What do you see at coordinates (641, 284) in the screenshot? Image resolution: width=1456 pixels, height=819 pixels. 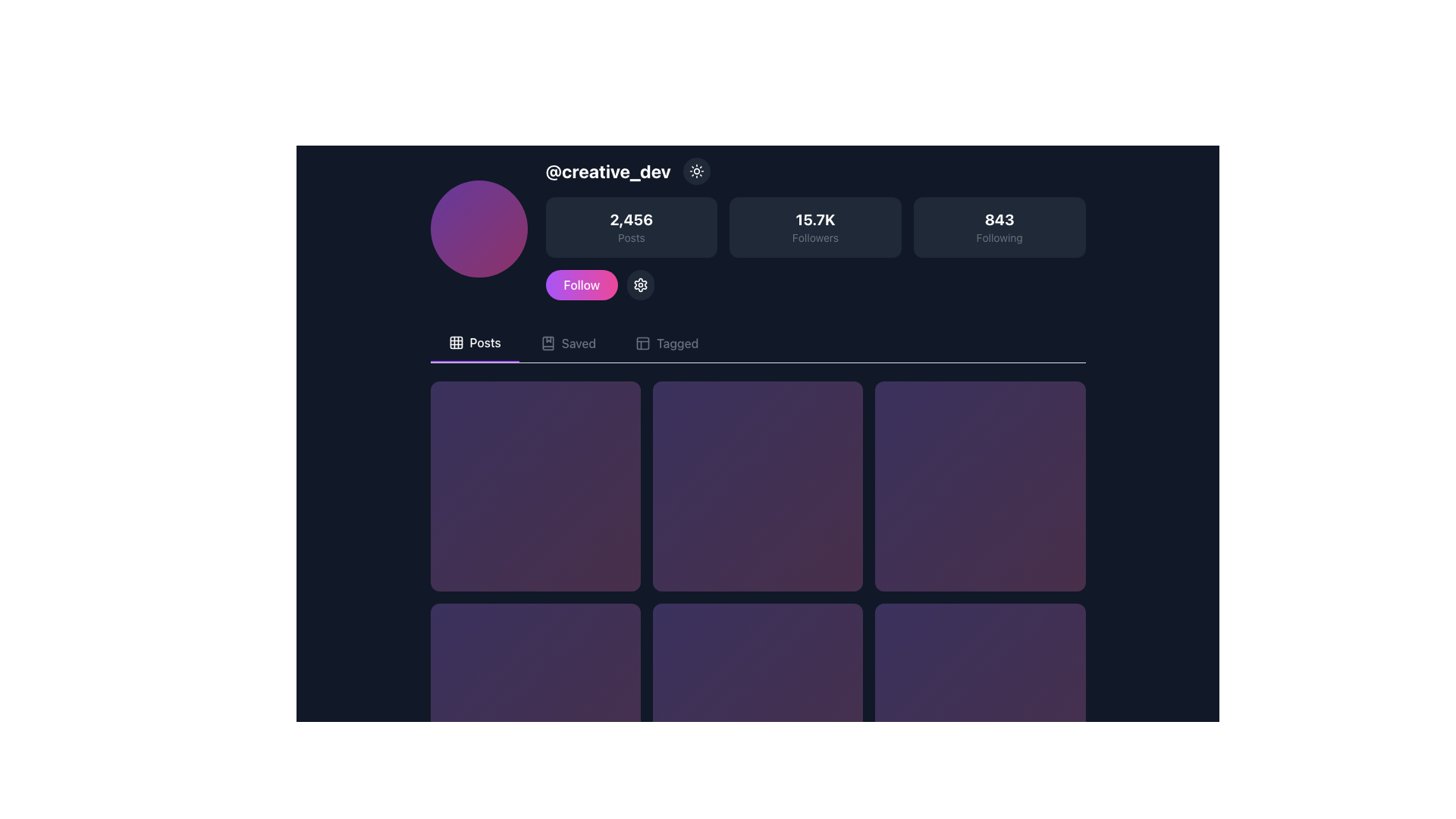 I see `the settings icon located near the upper section of the page, adjacent to the username '@creative_dev'` at bounding box center [641, 284].